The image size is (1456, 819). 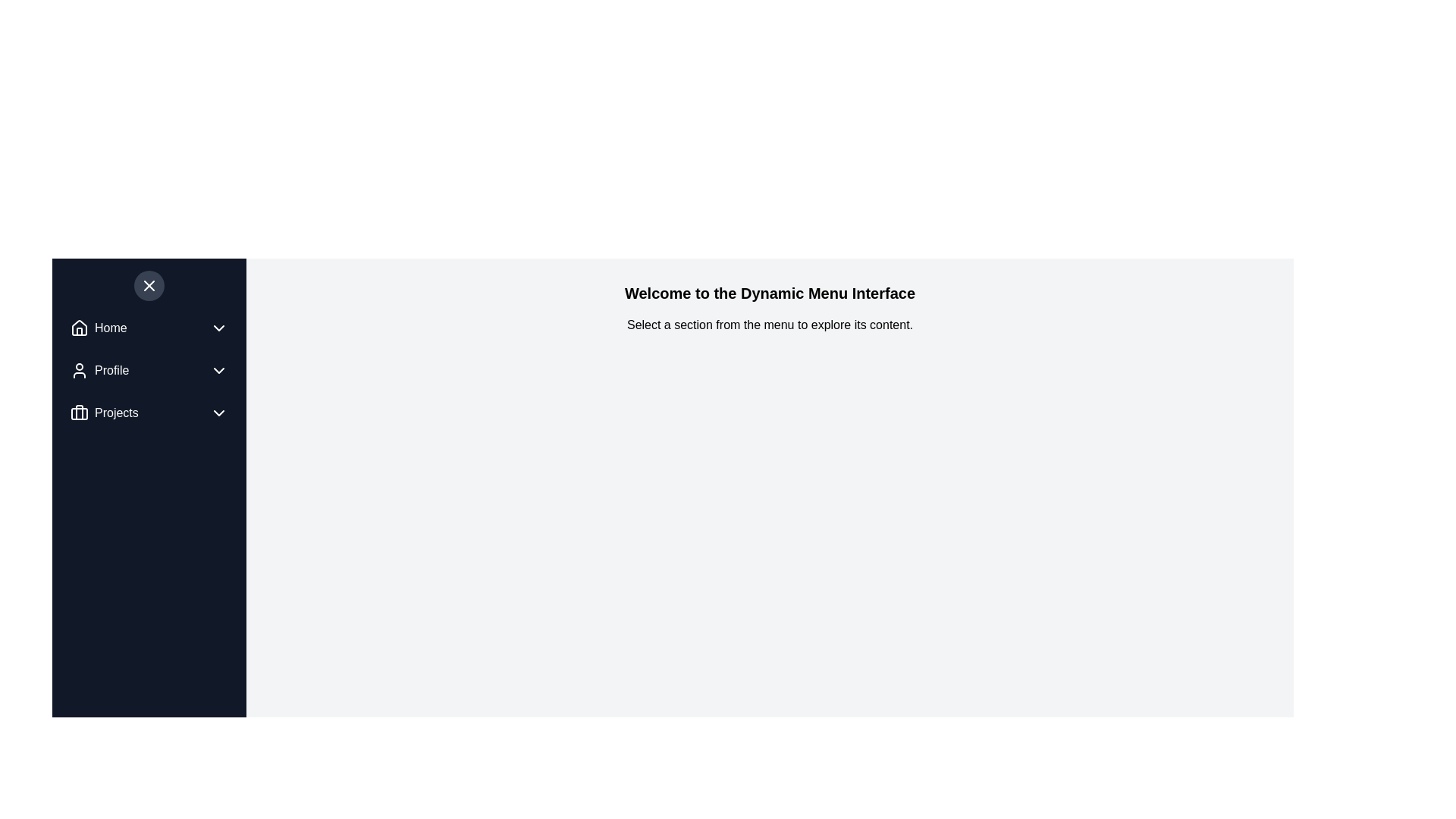 What do you see at coordinates (99, 371) in the screenshot?
I see `the 'Profile' menu item, which is the second item in the vertical list of menu options in the left sidebar` at bounding box center [99, 371].